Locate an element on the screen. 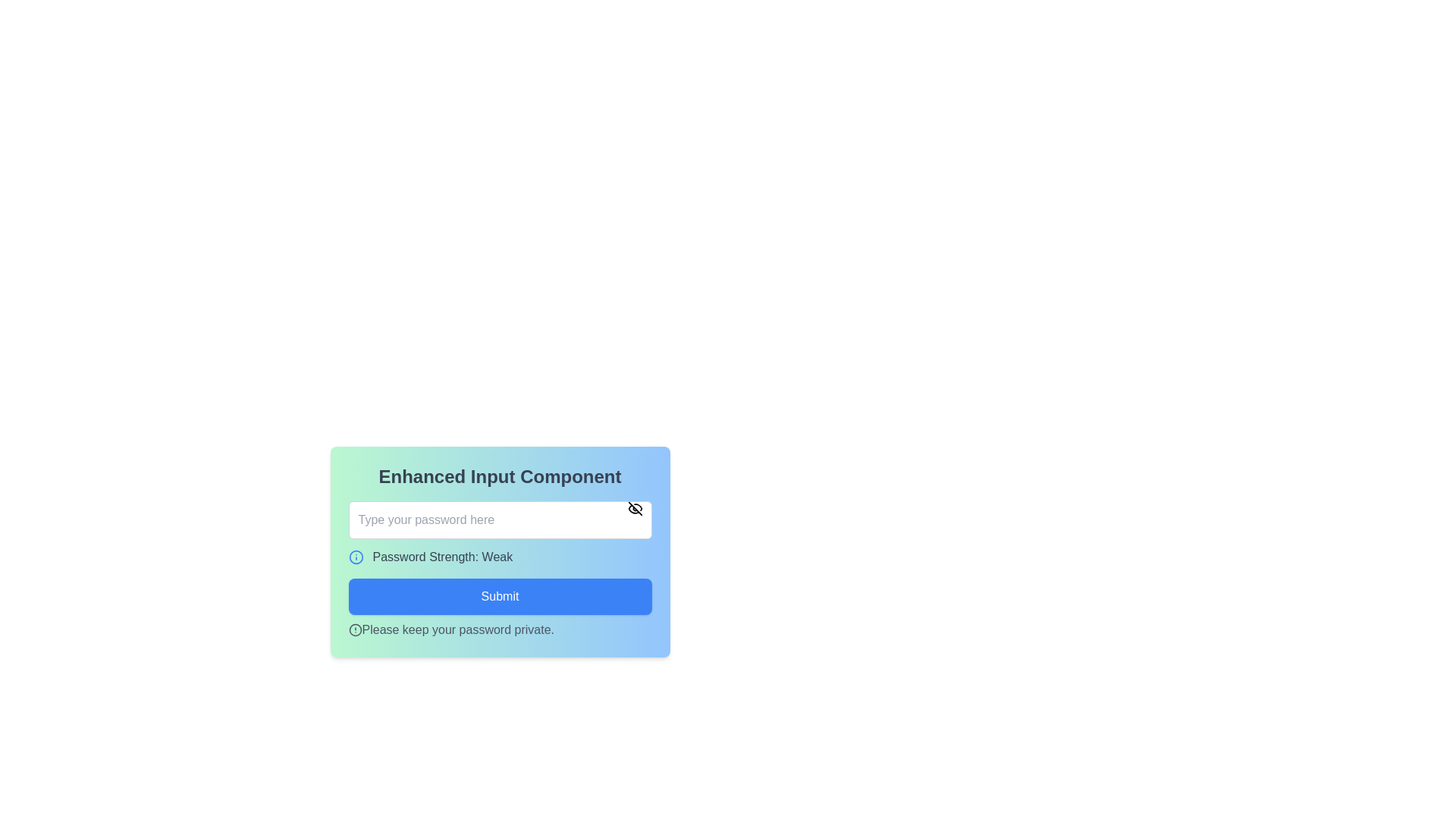 The image size is (1456, 819). the text label that indicates the strength of the entered password, which is located below the password input field and above the 'Submit' button in a vertically stacked layout is located at coordinates (500, 552).